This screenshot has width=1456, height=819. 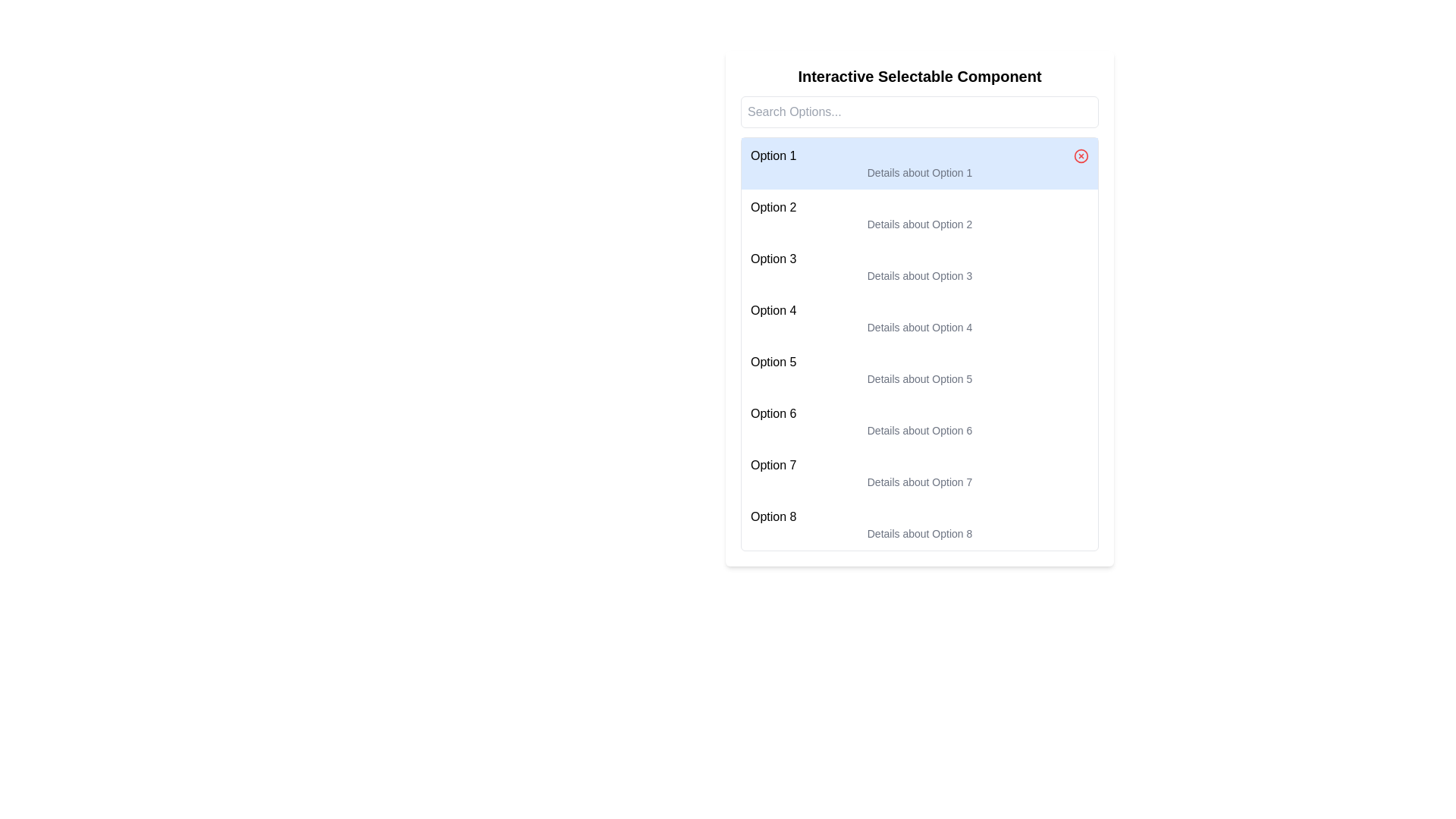 I want to click on the Circular button with an 'X' icon, so click(x=1080, y=155).